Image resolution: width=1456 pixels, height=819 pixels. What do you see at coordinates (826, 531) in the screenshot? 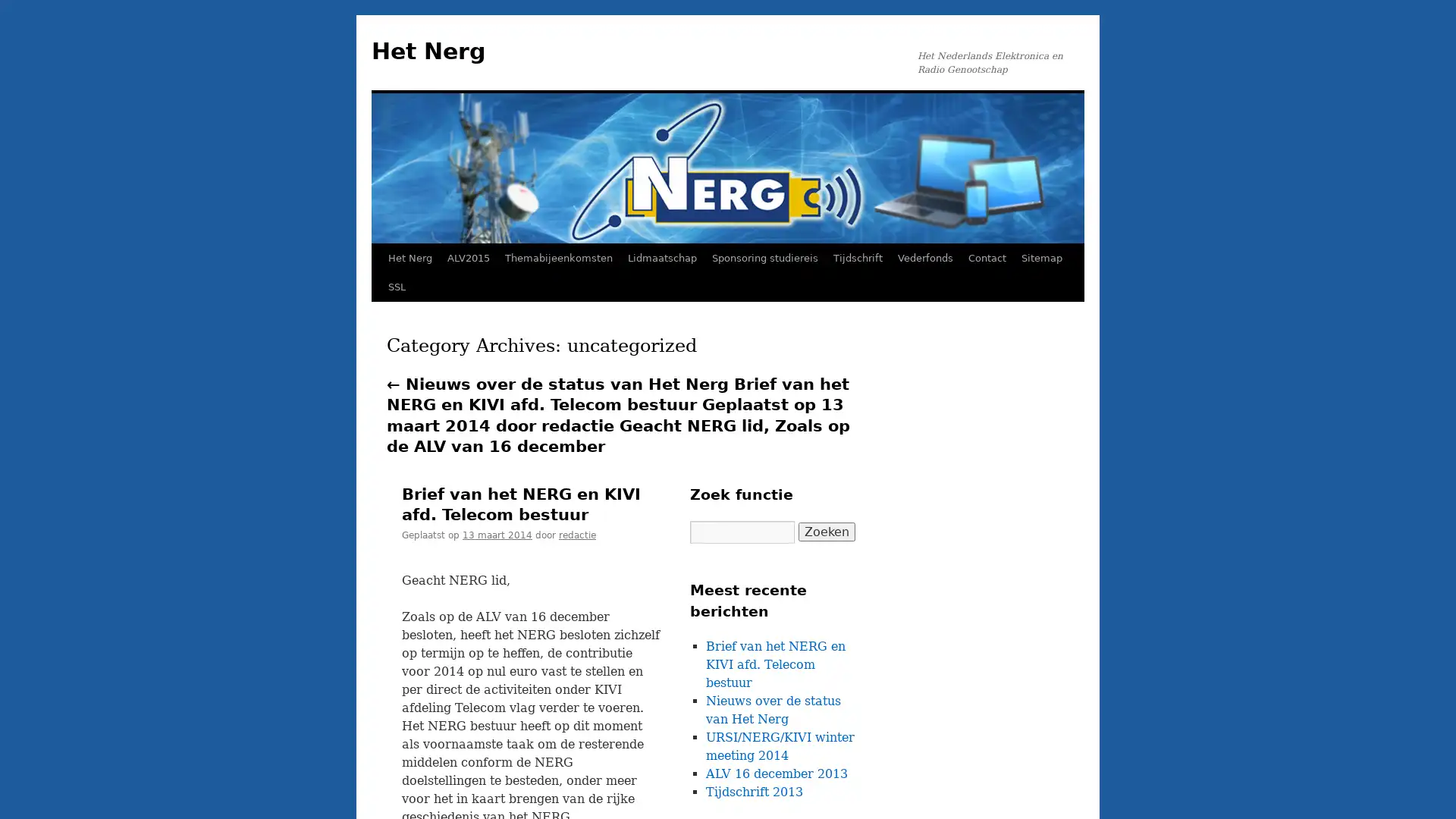
I see `Zoeken` at bounding box center [826, 531].